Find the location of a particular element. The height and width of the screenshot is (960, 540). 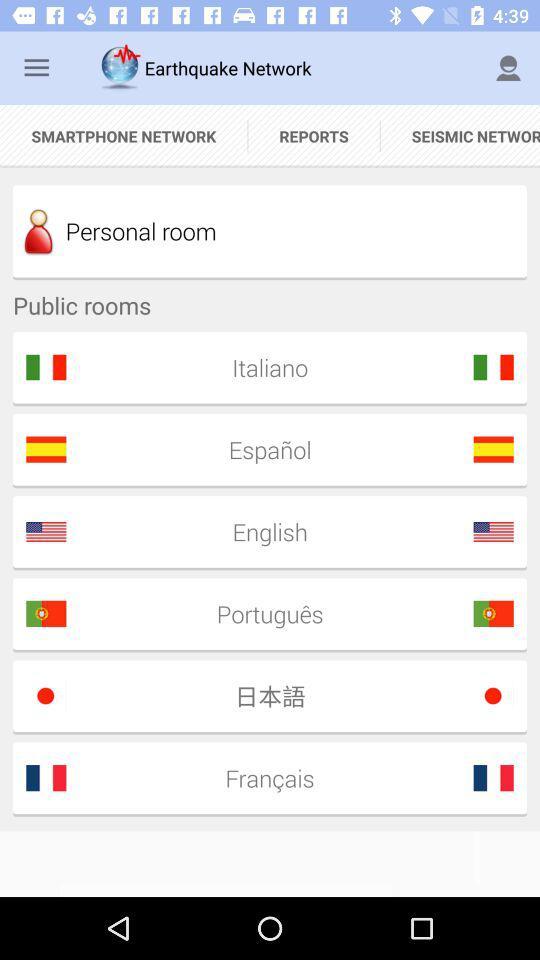

icon below earthquake network is located at coordinates (314, 135).